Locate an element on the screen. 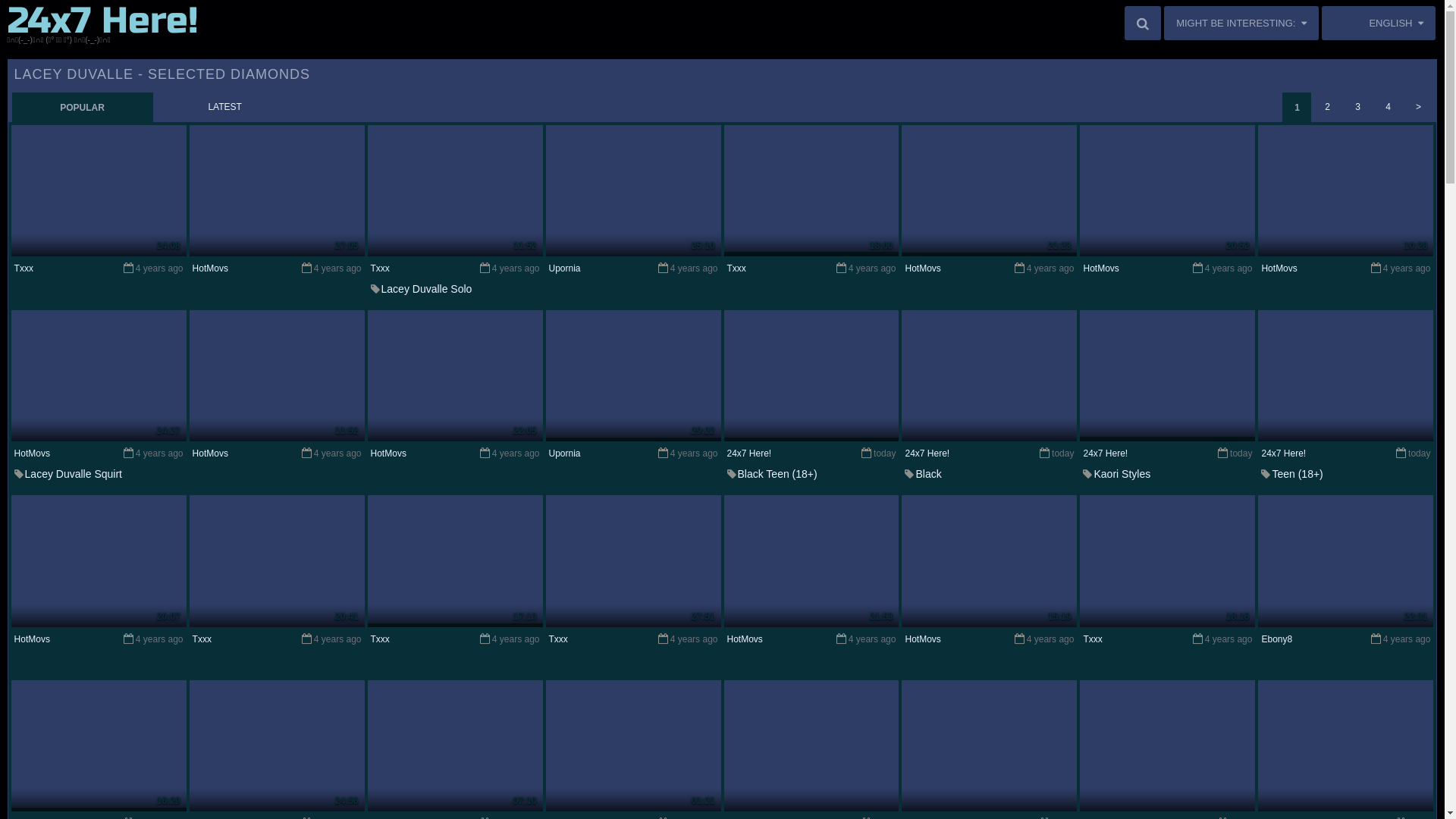  'MIGHT BE INTERESTING:' is located at coordinates (1241, 23).